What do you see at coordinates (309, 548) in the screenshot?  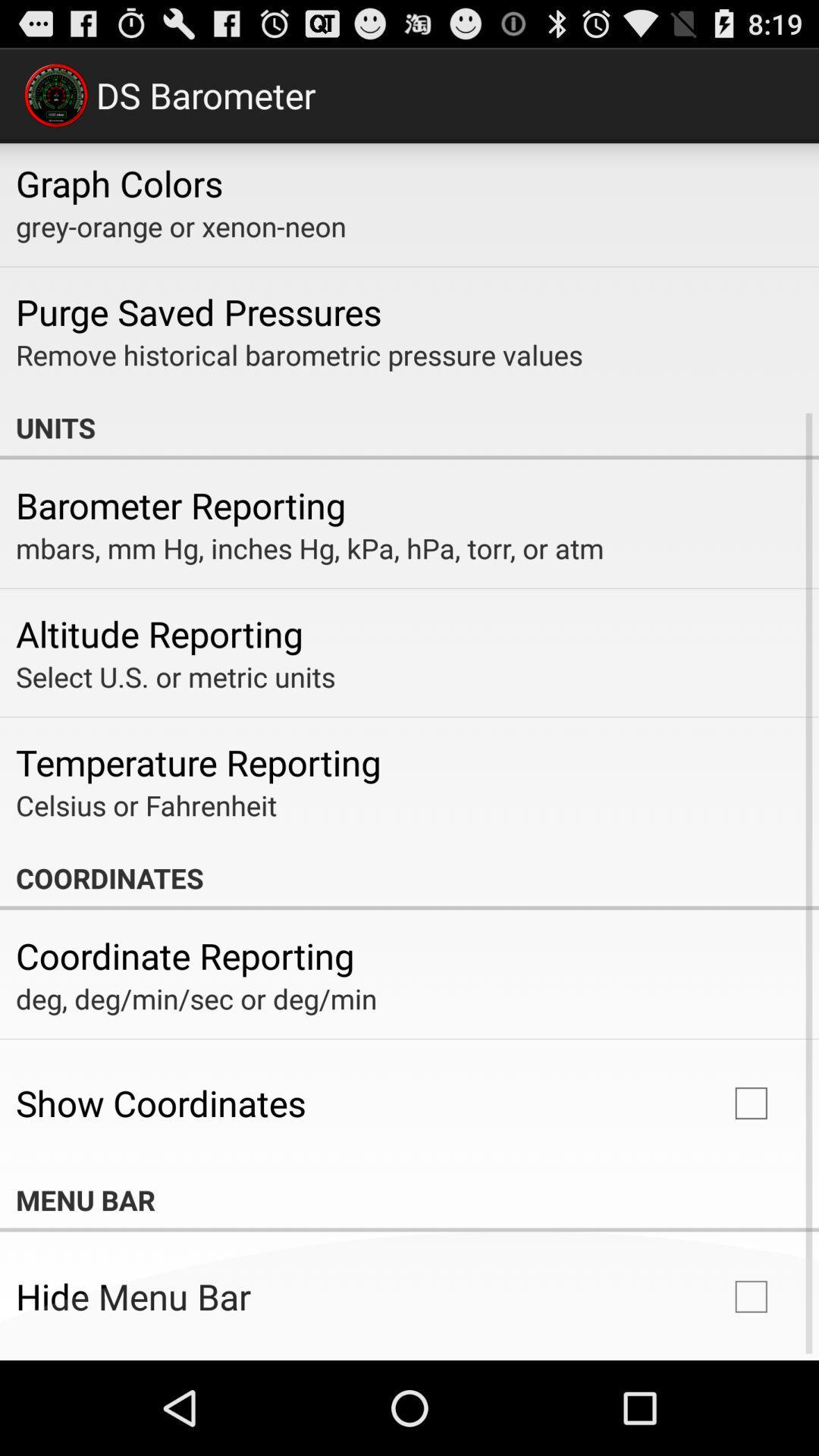 I see `the icon above altitude reporting` at bounding box center [309, 548].